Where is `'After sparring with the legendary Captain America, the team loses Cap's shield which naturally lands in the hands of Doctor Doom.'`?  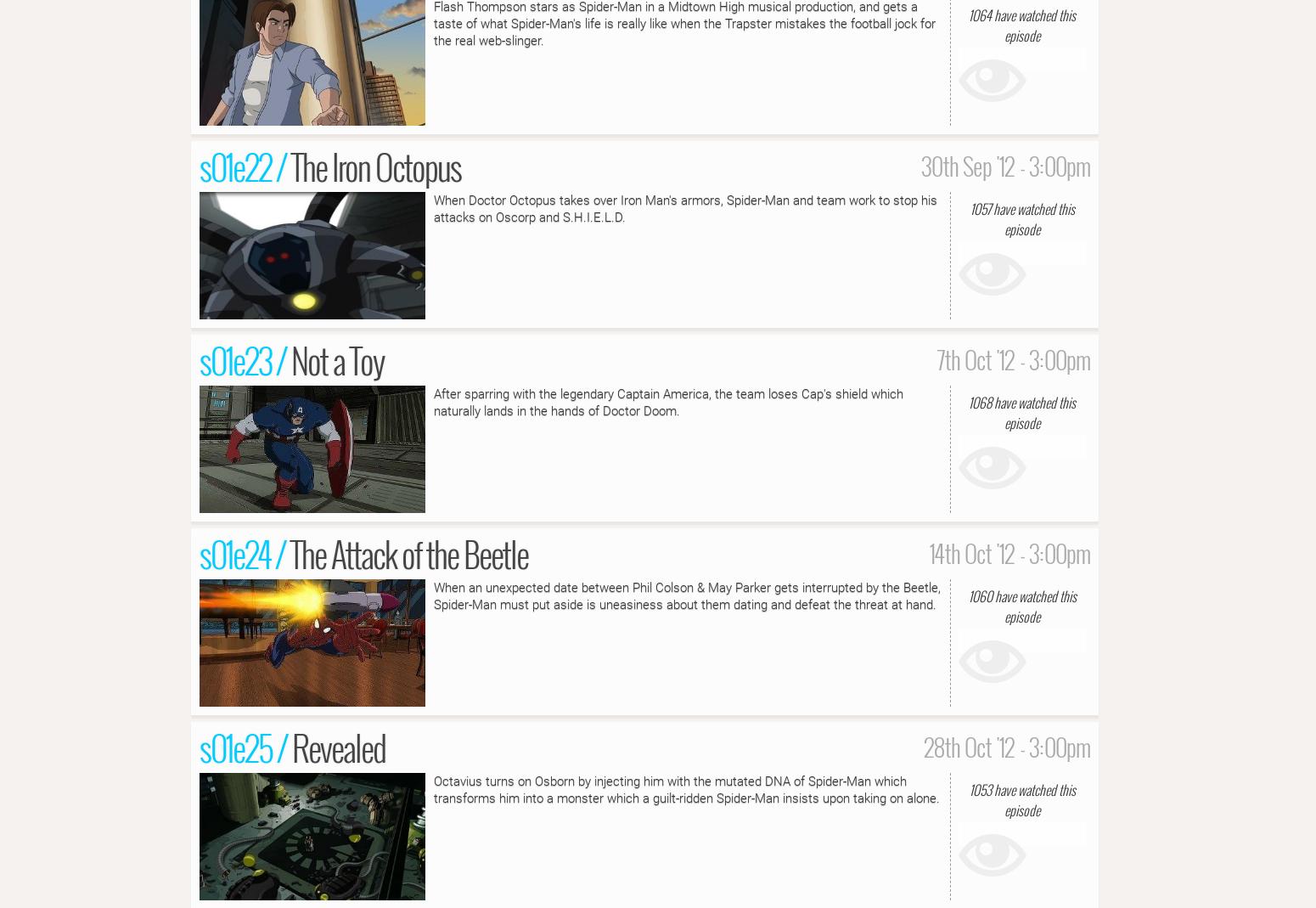
'After sparring with the legendary Captain America, the team loses Cap's shield which naturally lands in the hands of Doctor Doom.' is located at coordinates (667, 401).